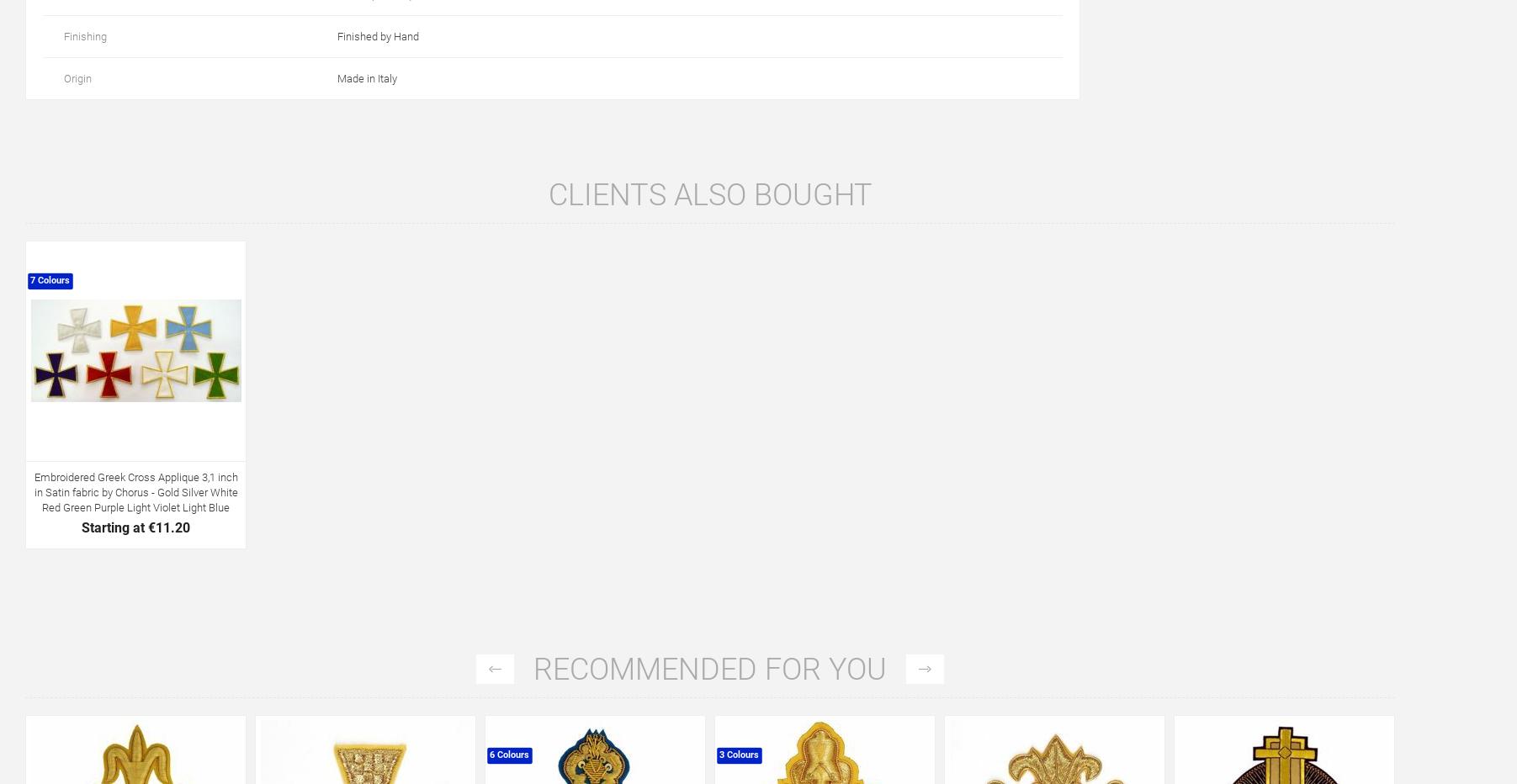 Image resolution: width=1517 pixels, height=784 pixels. What do you see at coordinates (135, 526) in the screenshot?
I see `'Starting at €11.20'` at bounding box center [135, 526].